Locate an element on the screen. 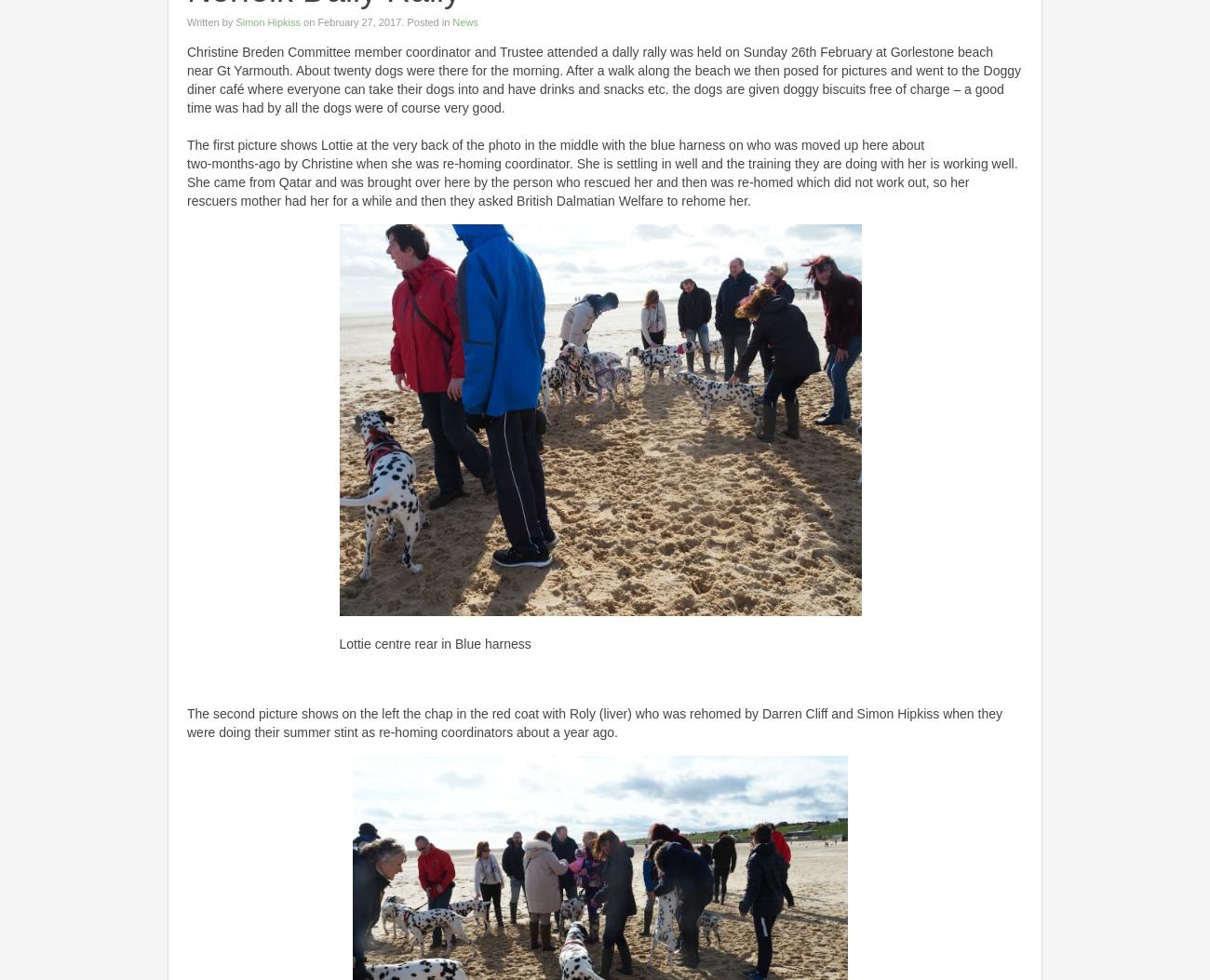 The width and height of the screenshot is (1210, 980). 'on' is located at coordinates (308, 20).